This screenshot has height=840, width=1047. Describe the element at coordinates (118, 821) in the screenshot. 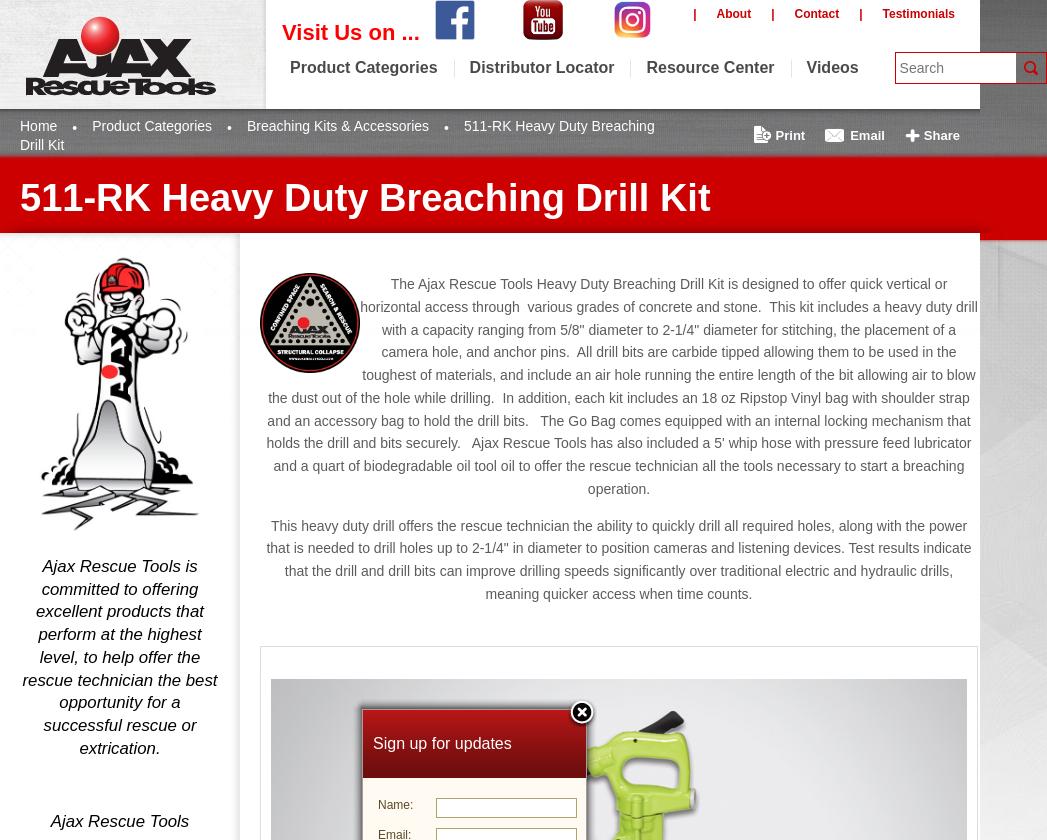

I see `'Ajax Rescue Tools'` at that location.